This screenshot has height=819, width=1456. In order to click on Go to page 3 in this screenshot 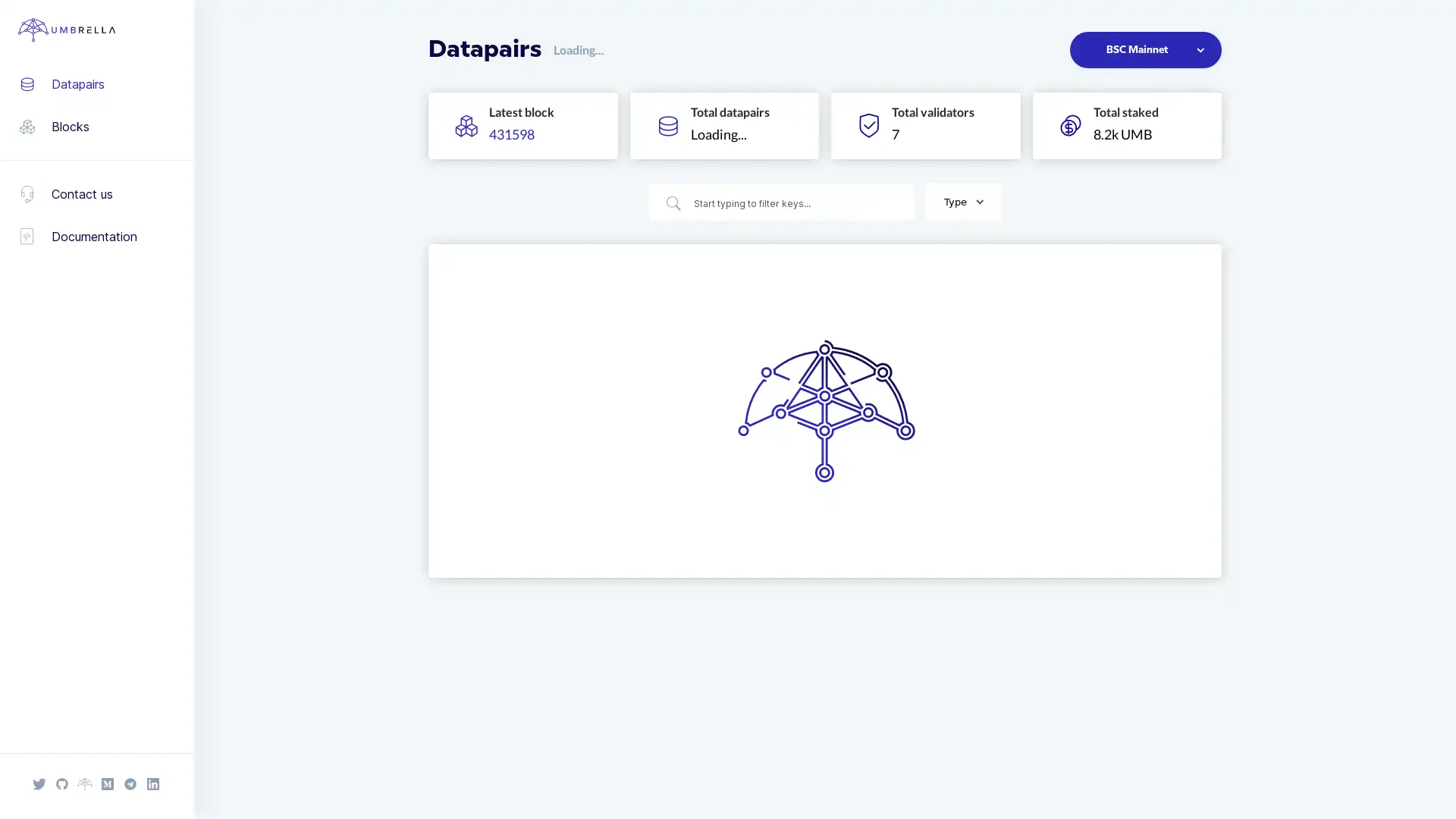, I will do `click(541, 547)`.